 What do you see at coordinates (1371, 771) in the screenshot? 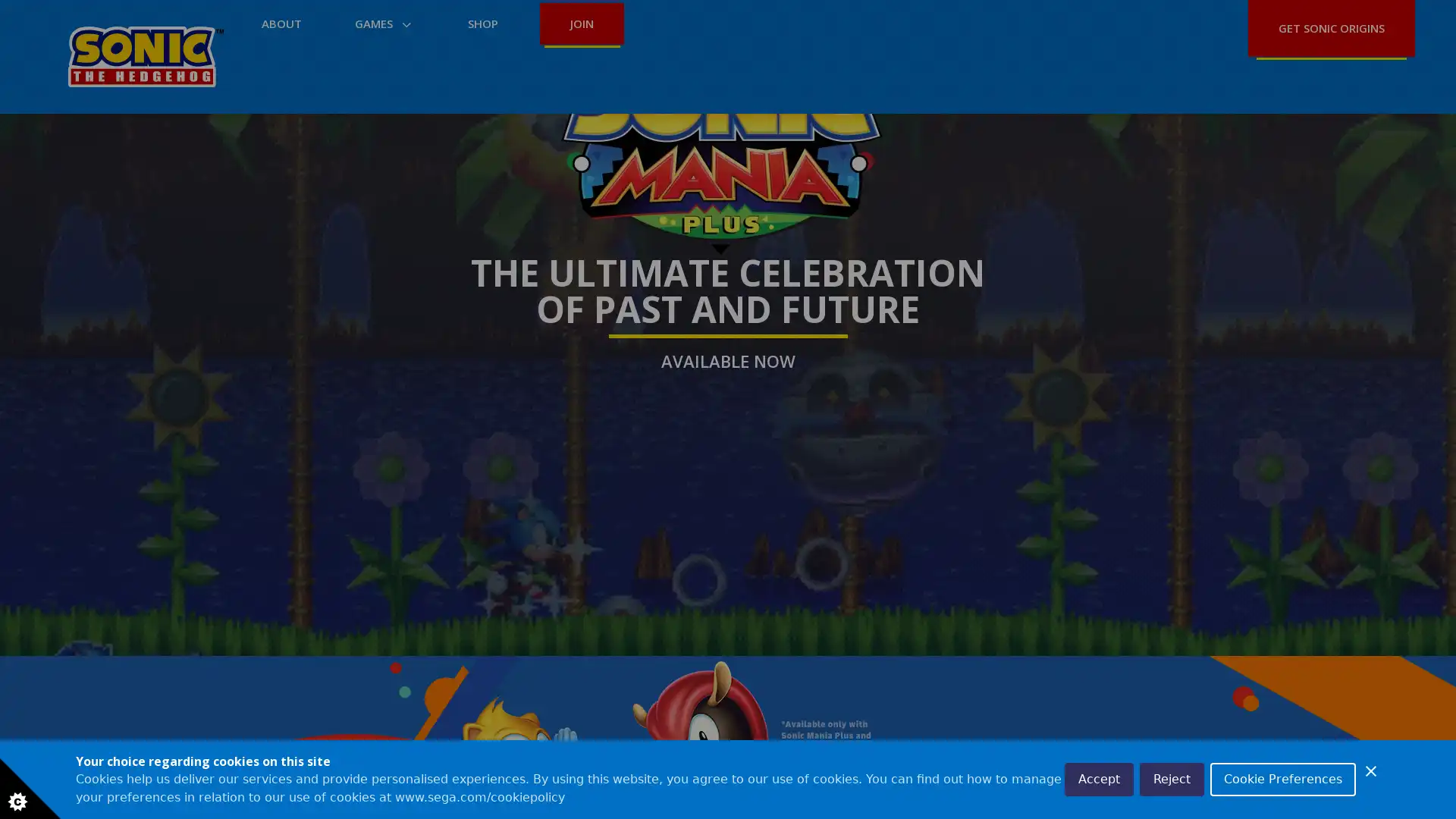
I see `Close` at bounding box center [1371, 771].